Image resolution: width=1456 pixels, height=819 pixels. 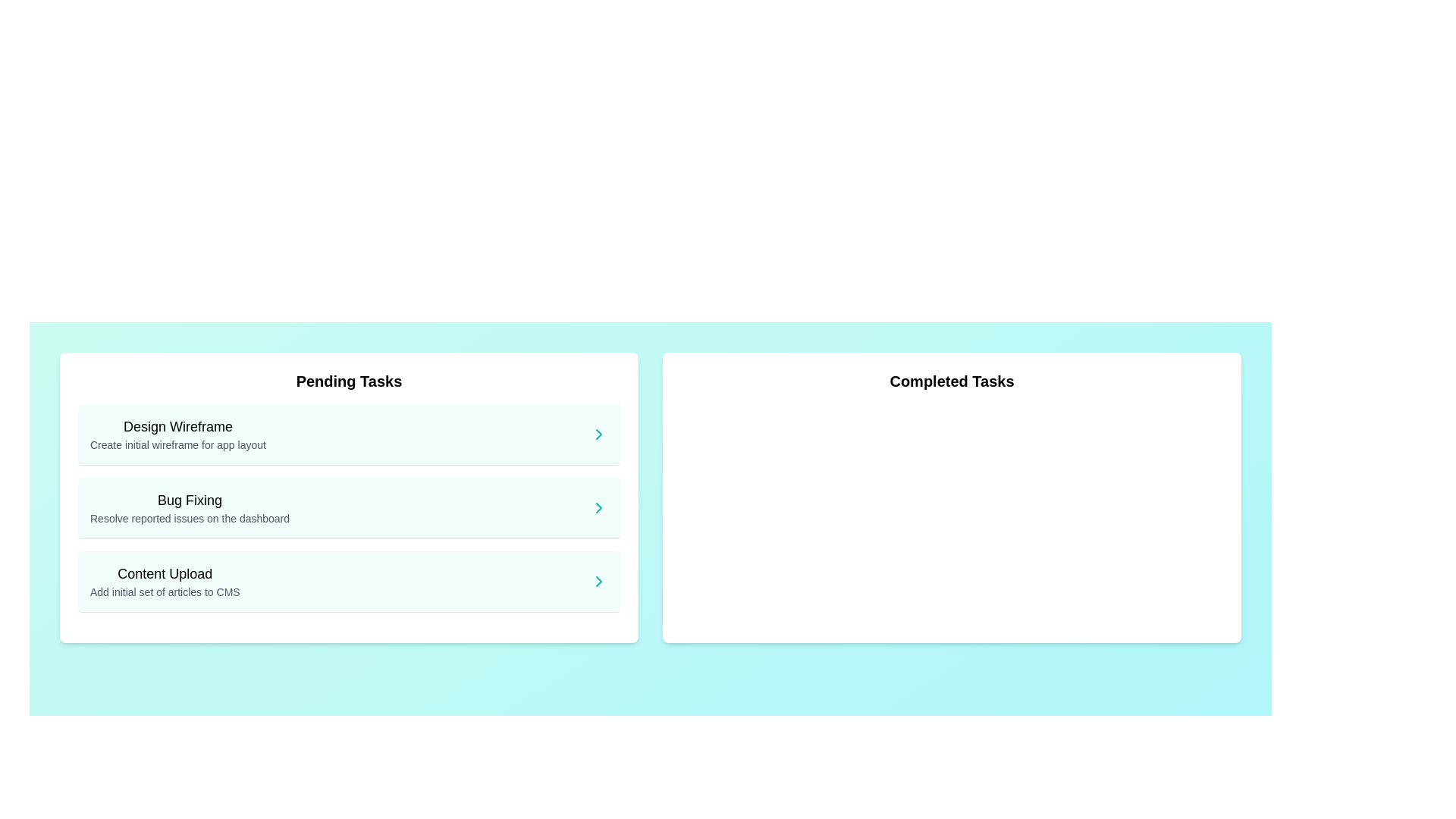 I want to click on the 'Content Upload' static text block, which is the third task listed under the 'Pending Tasks' column, below 'Design Wireframe' and 'Bug Fixing', so click(x=165, y=581).